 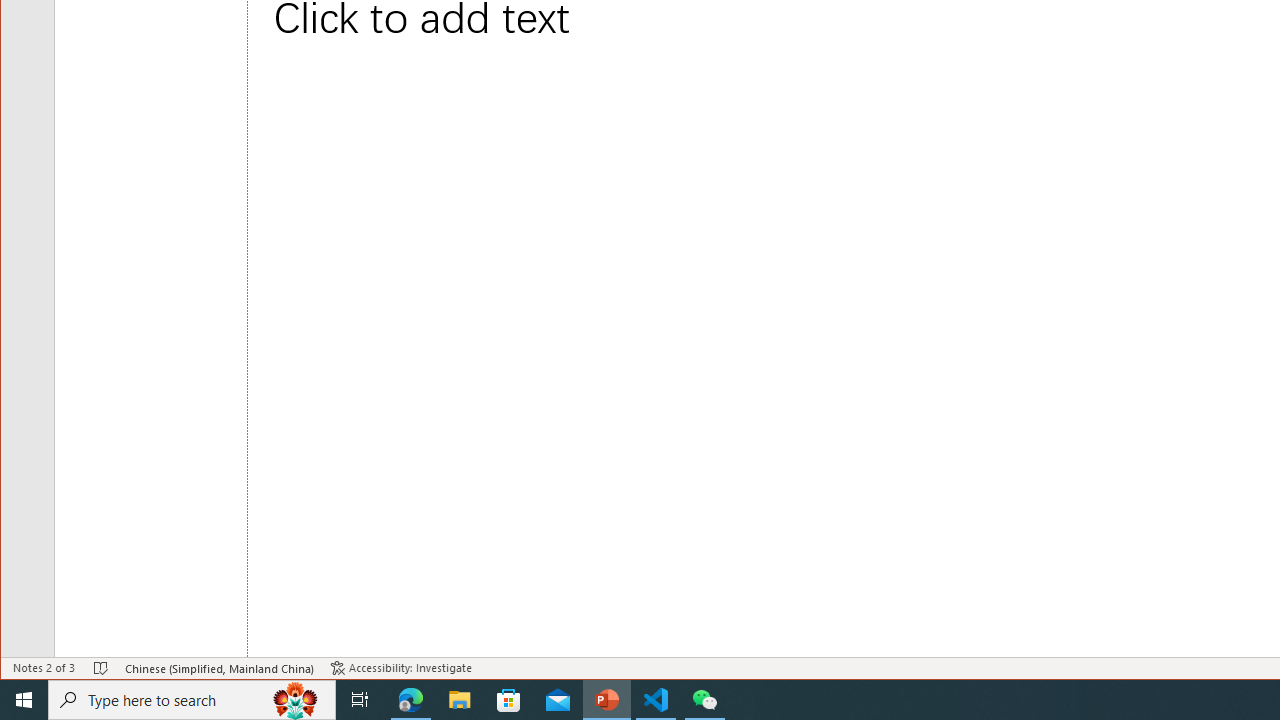 I want to click on 'Microsoft Edge - 1 running window', so click(x=410, y=698).